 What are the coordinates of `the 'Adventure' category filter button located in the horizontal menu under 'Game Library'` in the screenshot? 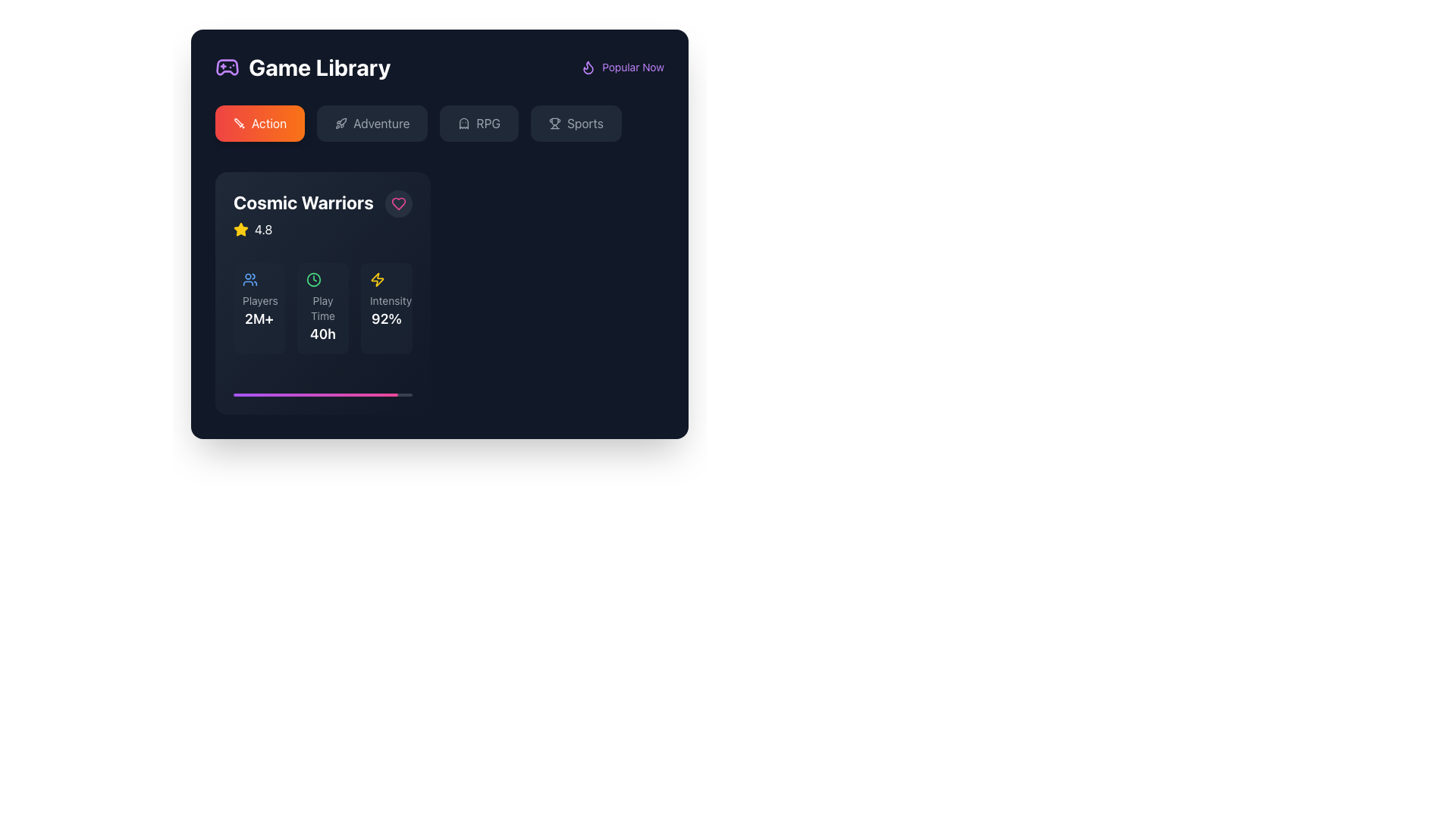 It's located at (372, 122).